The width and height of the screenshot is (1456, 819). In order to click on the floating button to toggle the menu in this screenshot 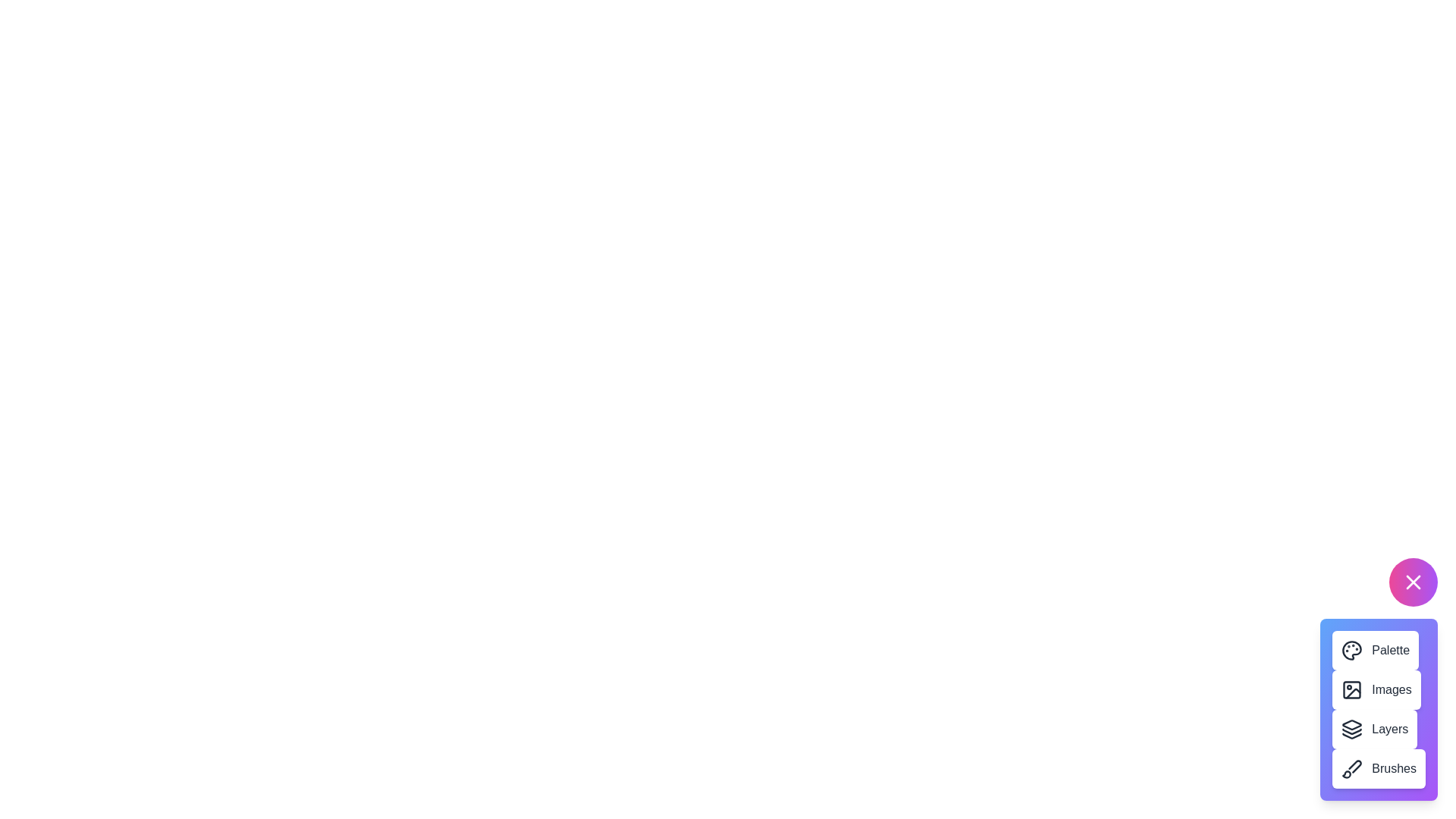, I will do `click(1412, 581)`.